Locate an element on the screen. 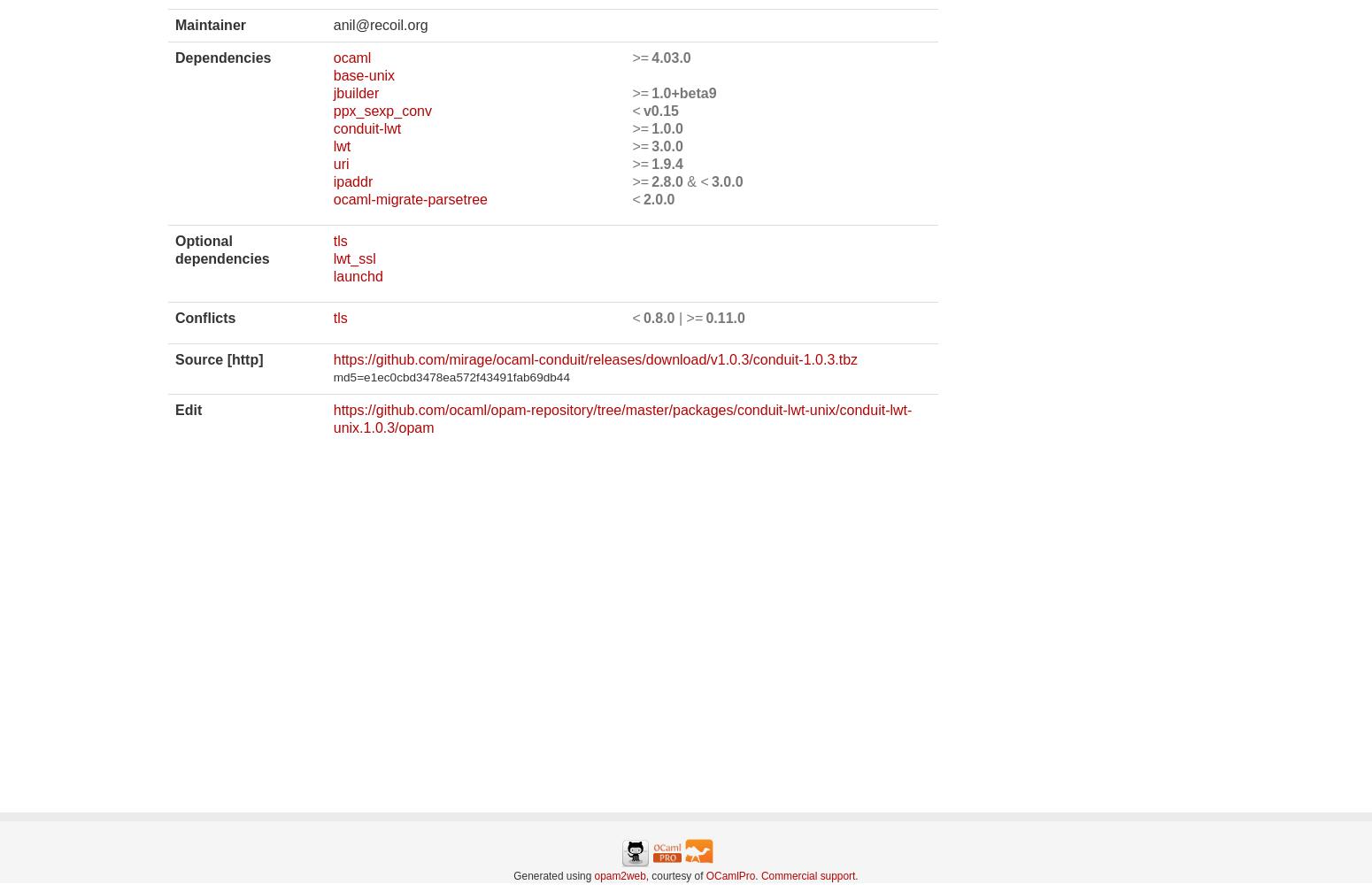  '2.0.0' is located at coordinates (643, 197).